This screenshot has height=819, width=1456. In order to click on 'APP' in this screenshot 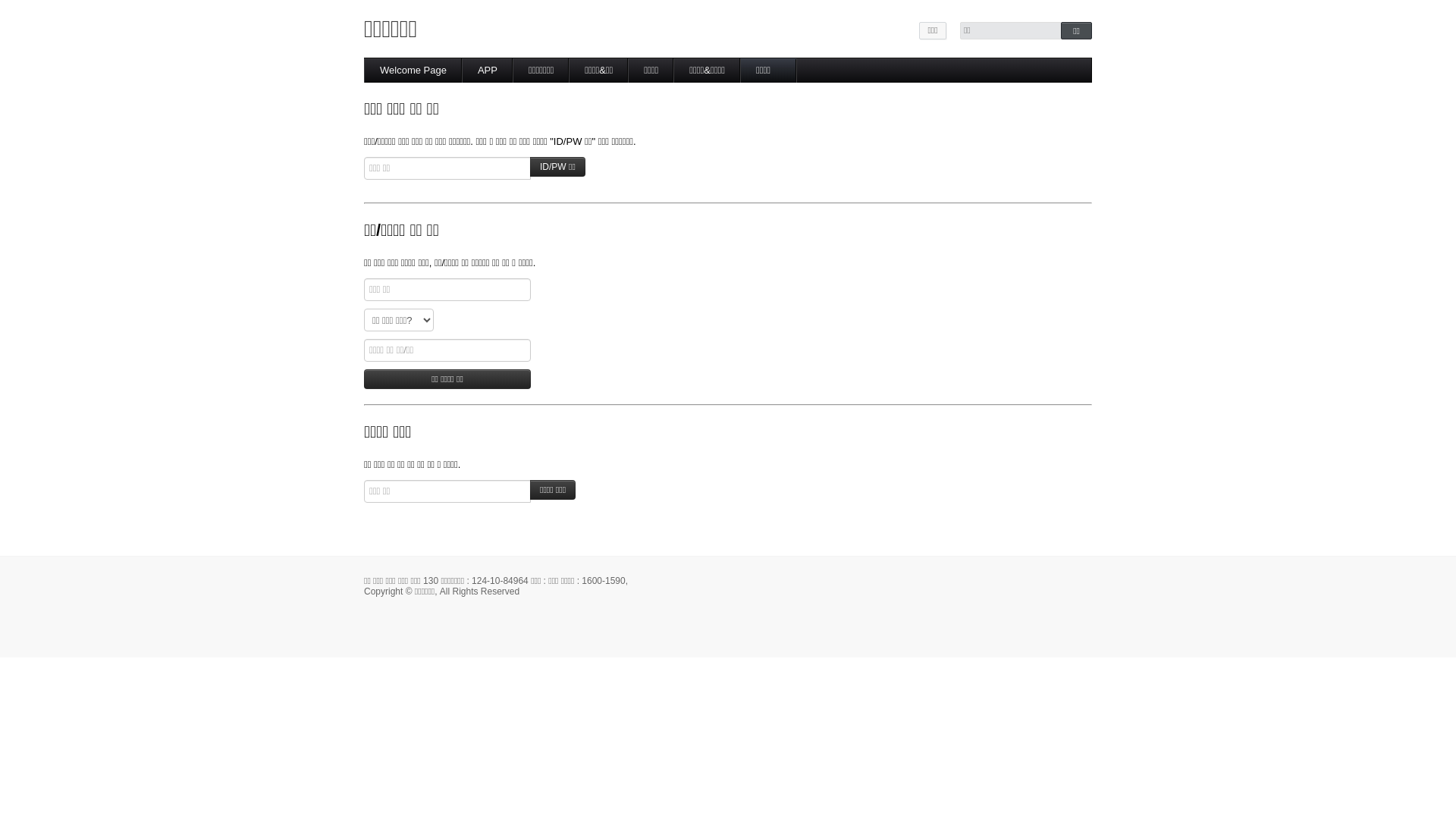, I will do `click(488, 70)`.